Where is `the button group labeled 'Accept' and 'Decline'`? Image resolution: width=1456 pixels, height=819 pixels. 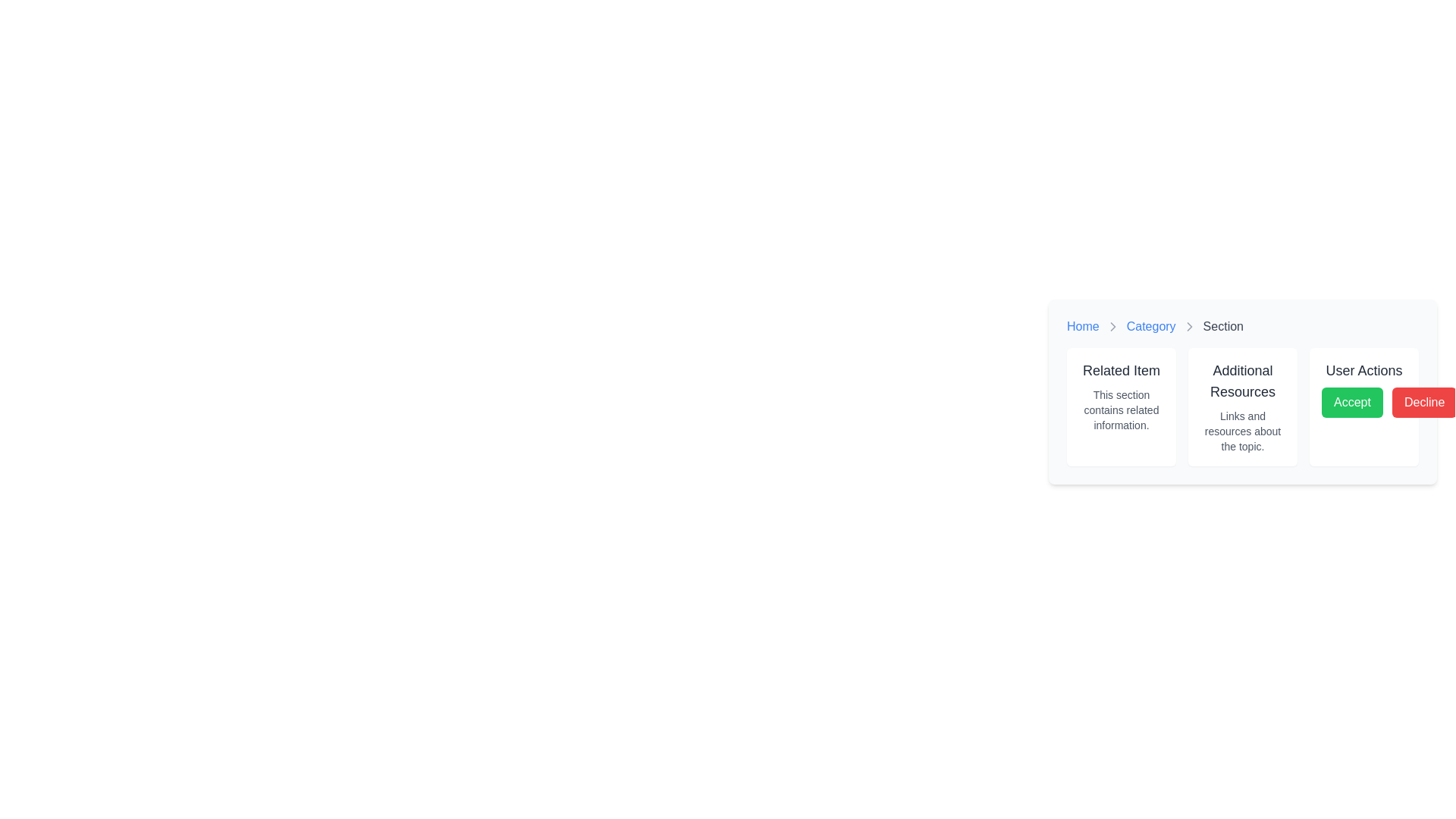 the button group labeled 'Accept' and 'Decline' is located at coordinates (1364, 402).